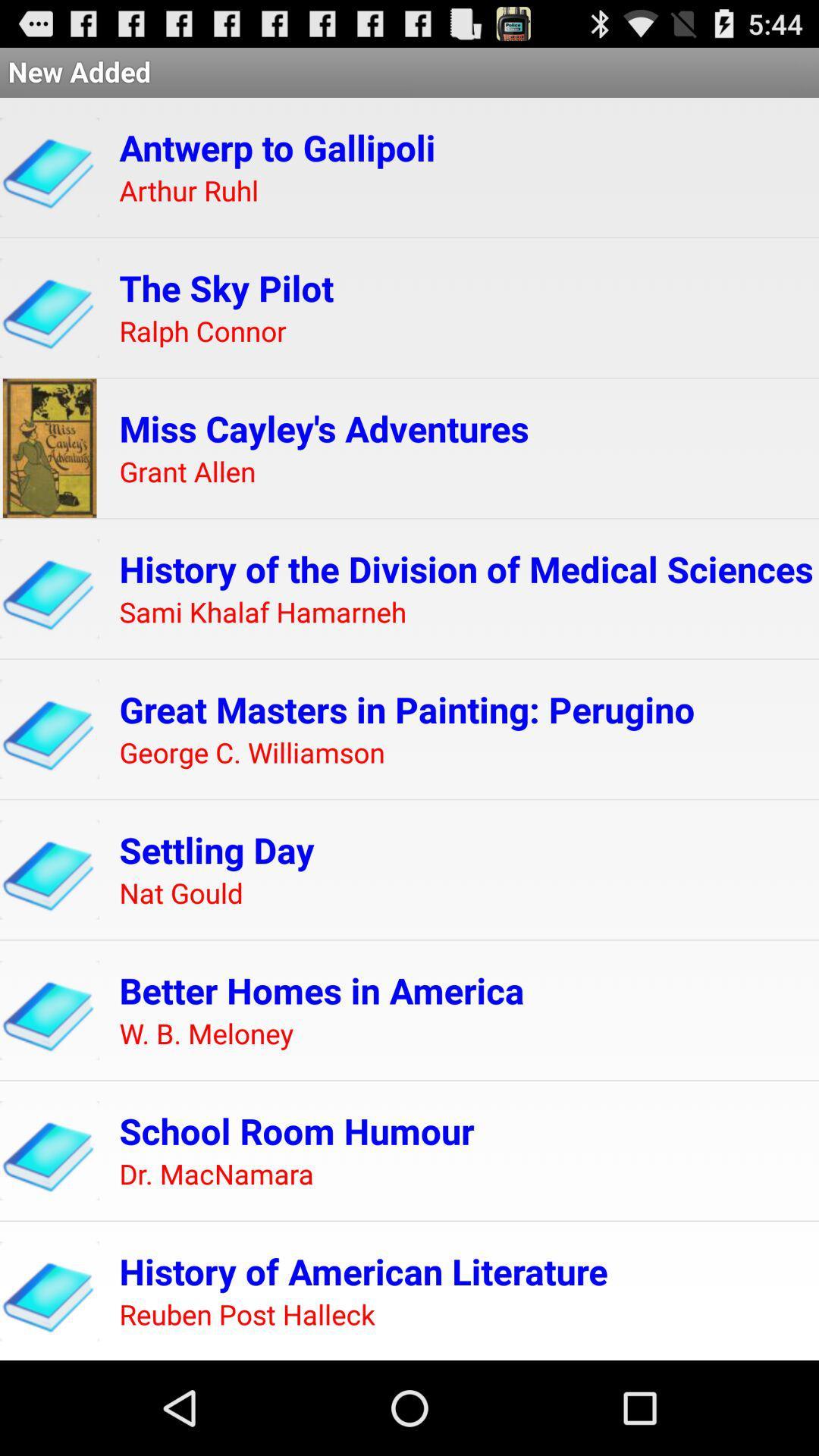  What do you see at coordinates (246, 1314) in the screenshot?
I see `the app below the history of american icon` at bounding box center [246, 1314].